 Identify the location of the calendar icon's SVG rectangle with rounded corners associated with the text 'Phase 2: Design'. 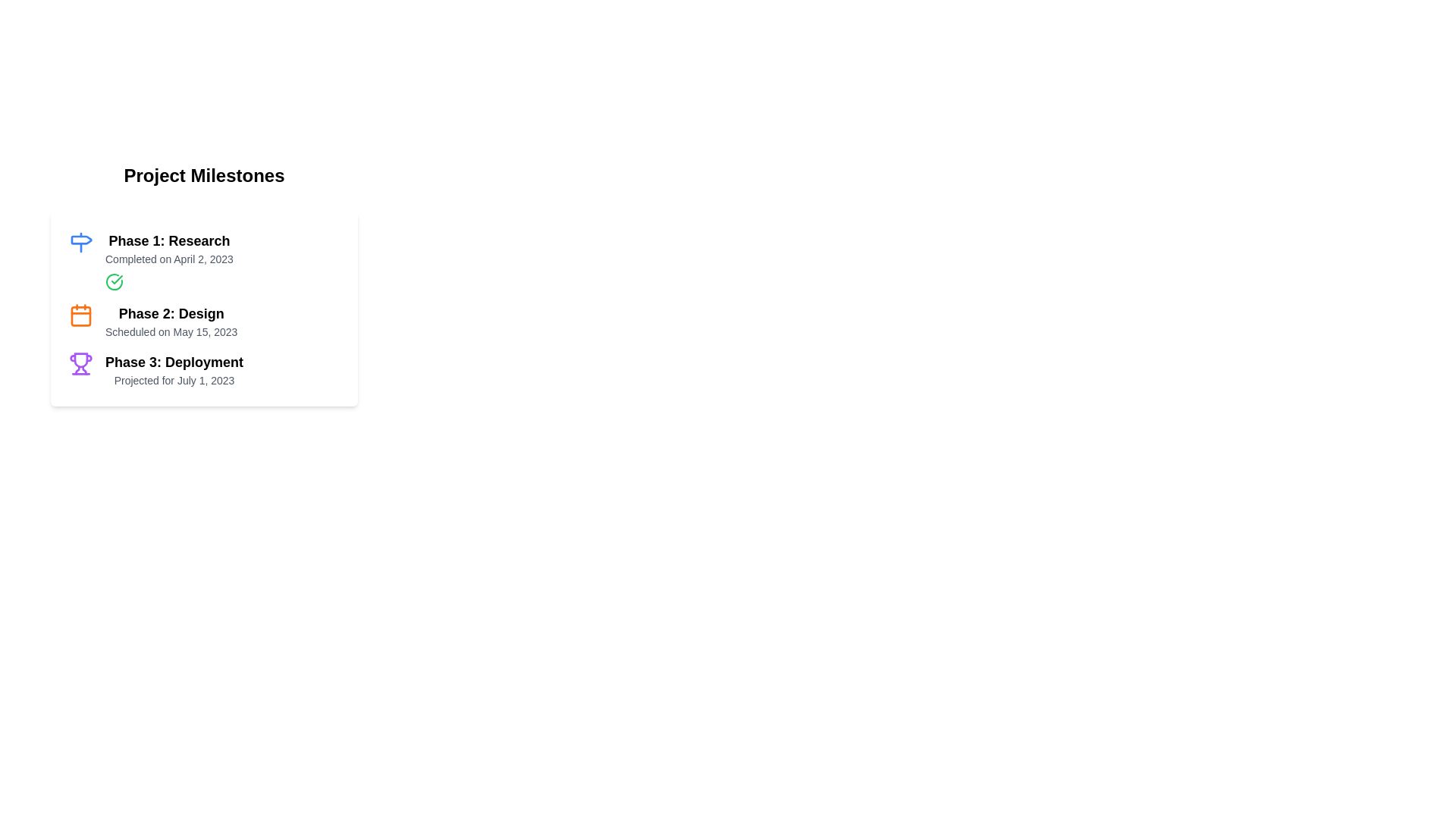
(80, 315).